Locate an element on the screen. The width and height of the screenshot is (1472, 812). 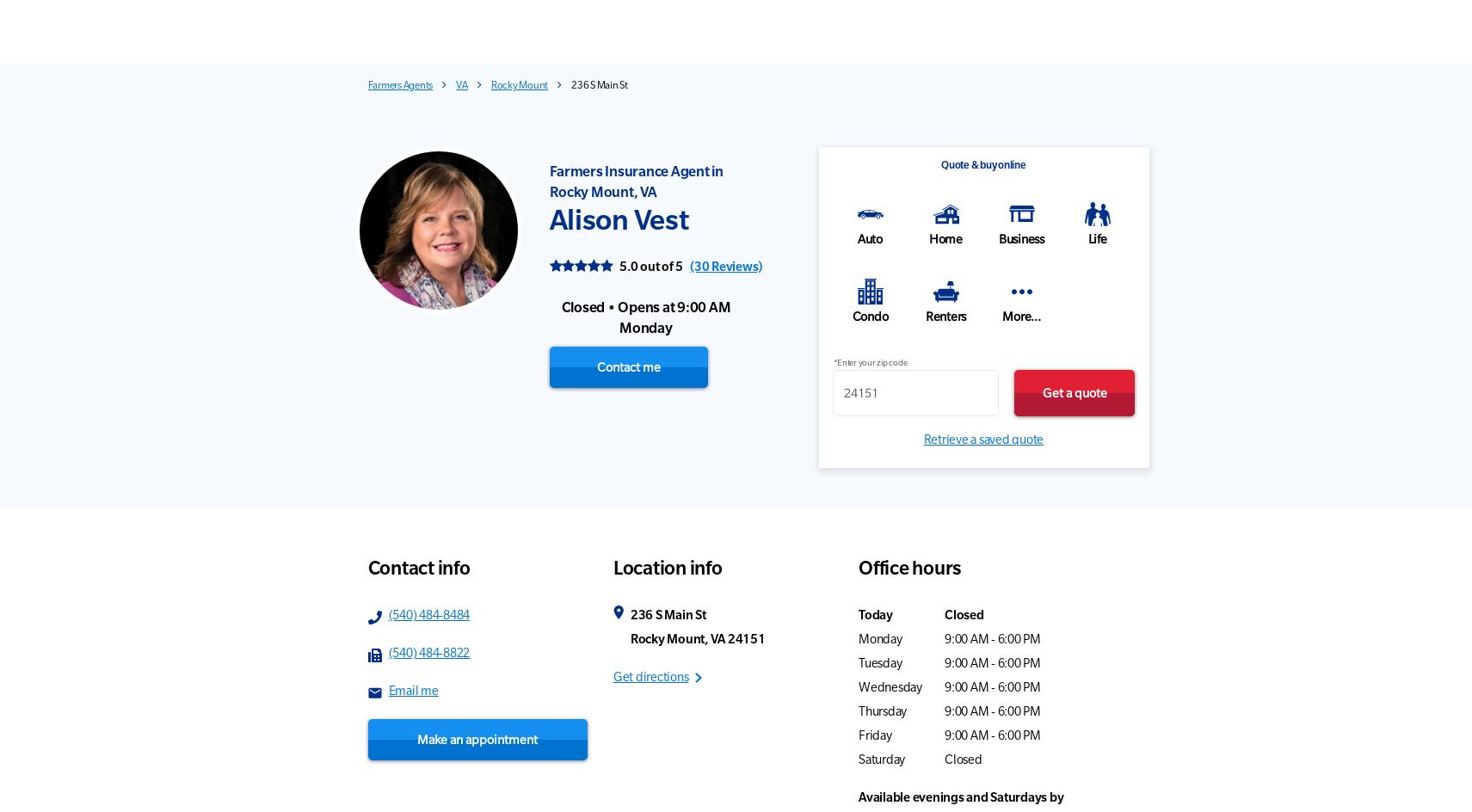
'Excellent' is located at coordinates (591, 413).